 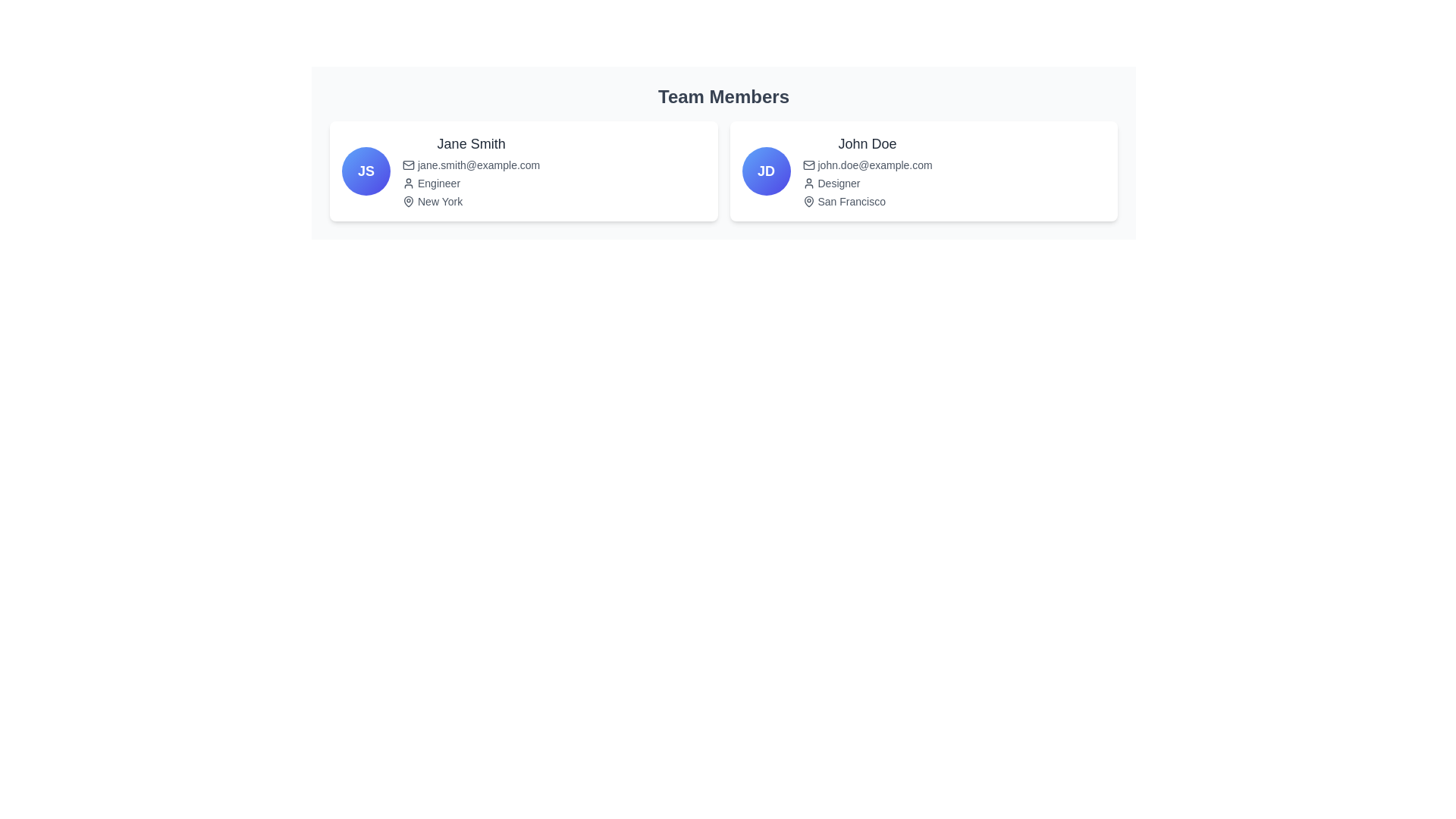 What do you see at coordinates (808, 183) in the screenshot?
I see `the user-profile icon representing 'John Doe' in the 'Team Members' section, which is positioned to the left of the text 'Designer'` at bounding box center [808, 183].